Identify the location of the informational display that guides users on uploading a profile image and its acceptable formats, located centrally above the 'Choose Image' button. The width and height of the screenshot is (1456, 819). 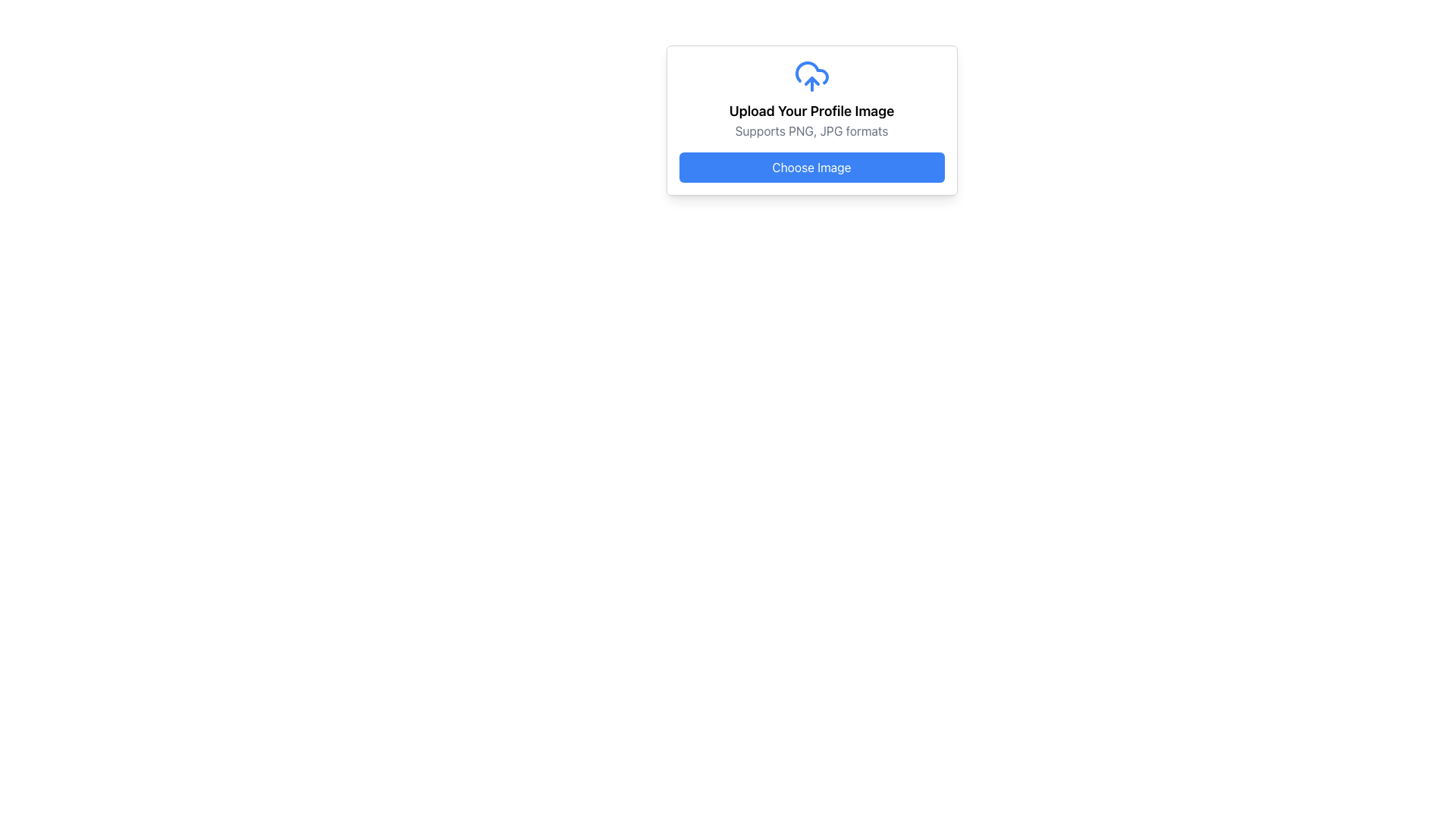
(811, 99).